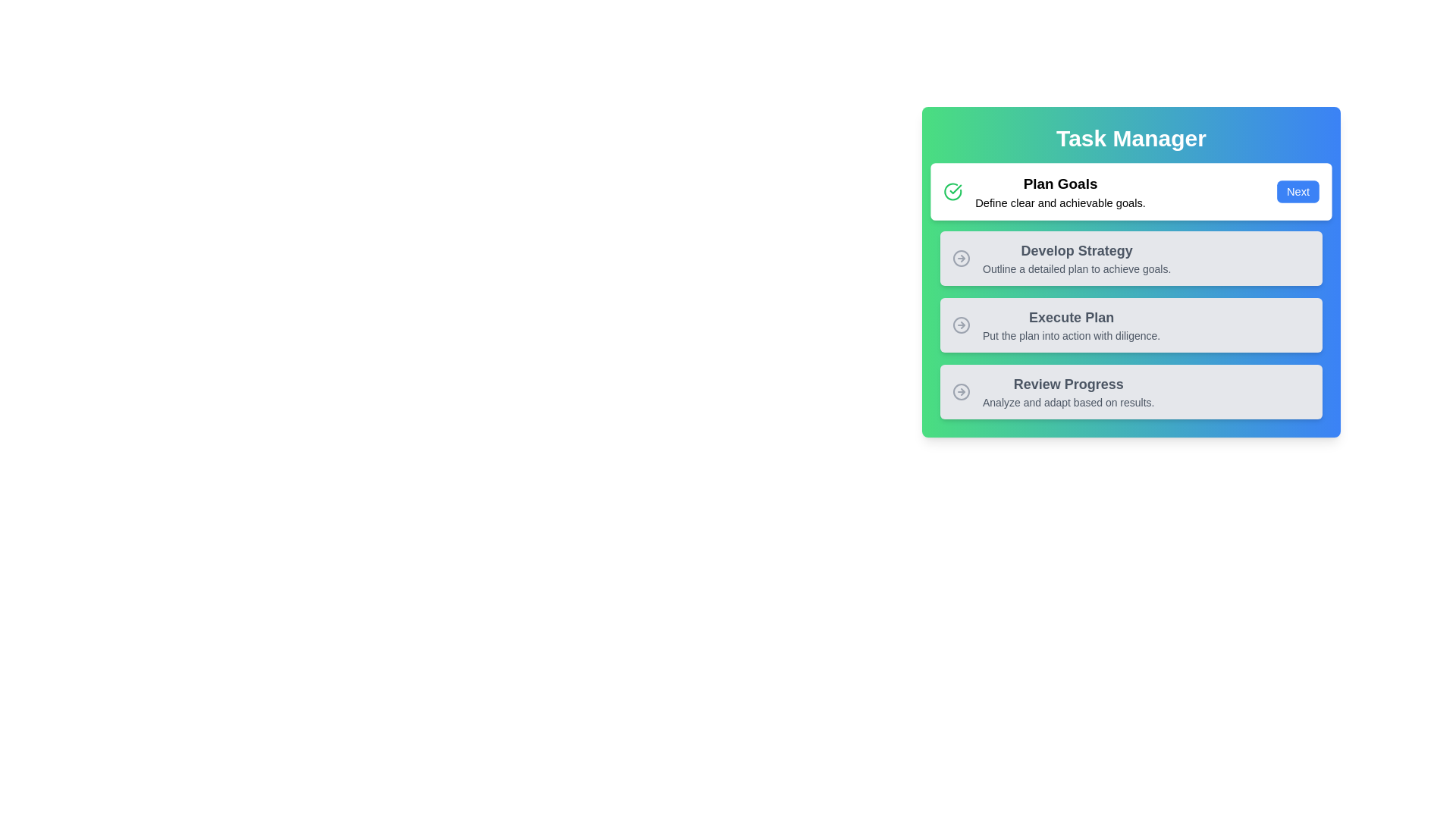 Image resolution: width=1456 pixels, height=819 pixels. Describe the element at coordinates (1071, 335) in the screenshot. I see `the text element providing additional information for the 'Execute Plan' task, located beneath the 'Execute Plan' heading in the 'Task Manager' card interface` at that location.